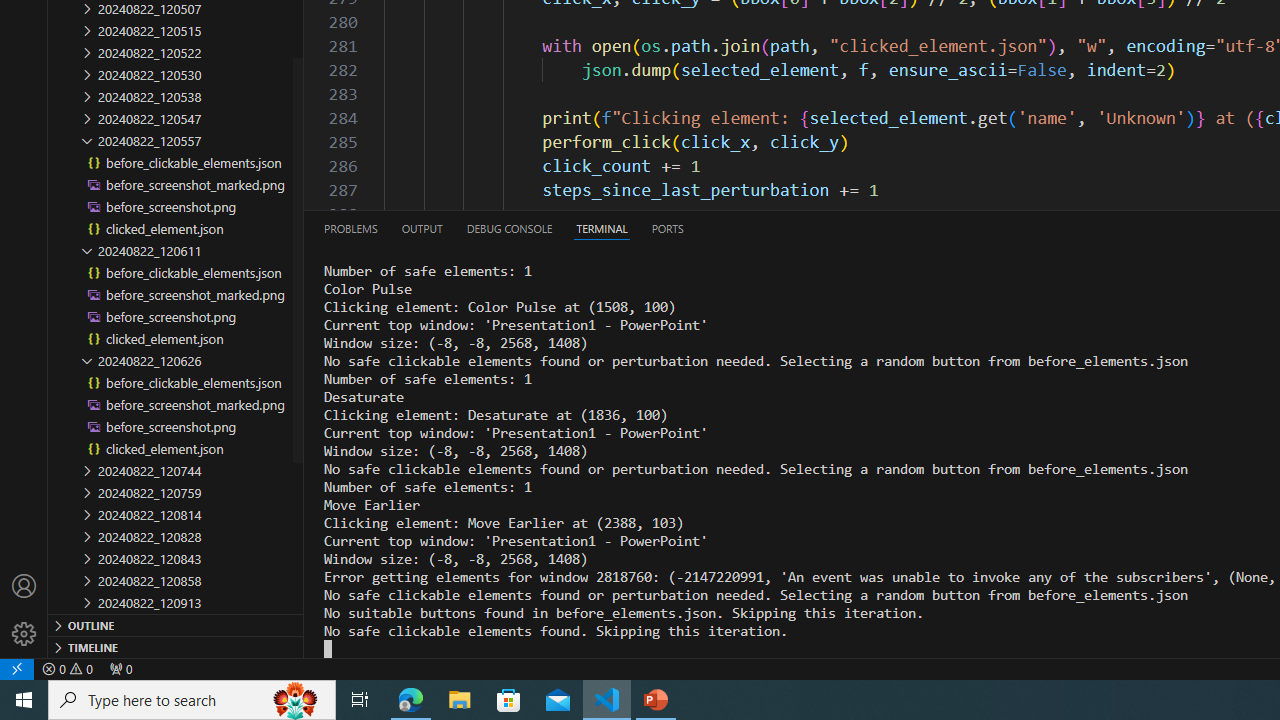 This screenshot has height=720, width=1280. Describe the element at coordinates (176, 623) in the screenshot. I see `'Outline Section'` at that location.